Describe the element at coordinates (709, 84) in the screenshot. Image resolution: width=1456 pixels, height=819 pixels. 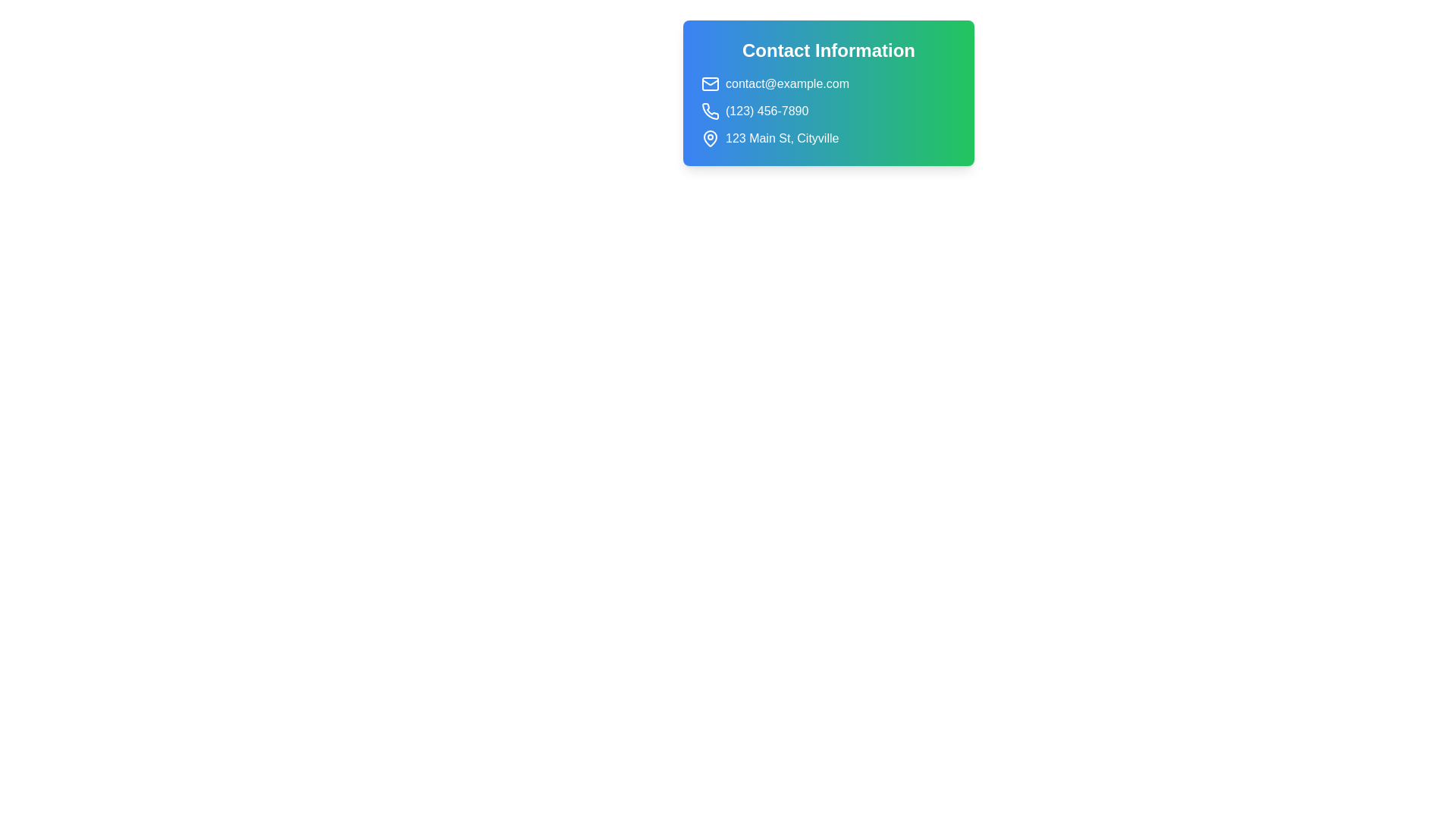
I see `the decorative rectangle that represents the main body of the envelope icon in the UI, which is centered within the vector graphic of the envelope` at that location.